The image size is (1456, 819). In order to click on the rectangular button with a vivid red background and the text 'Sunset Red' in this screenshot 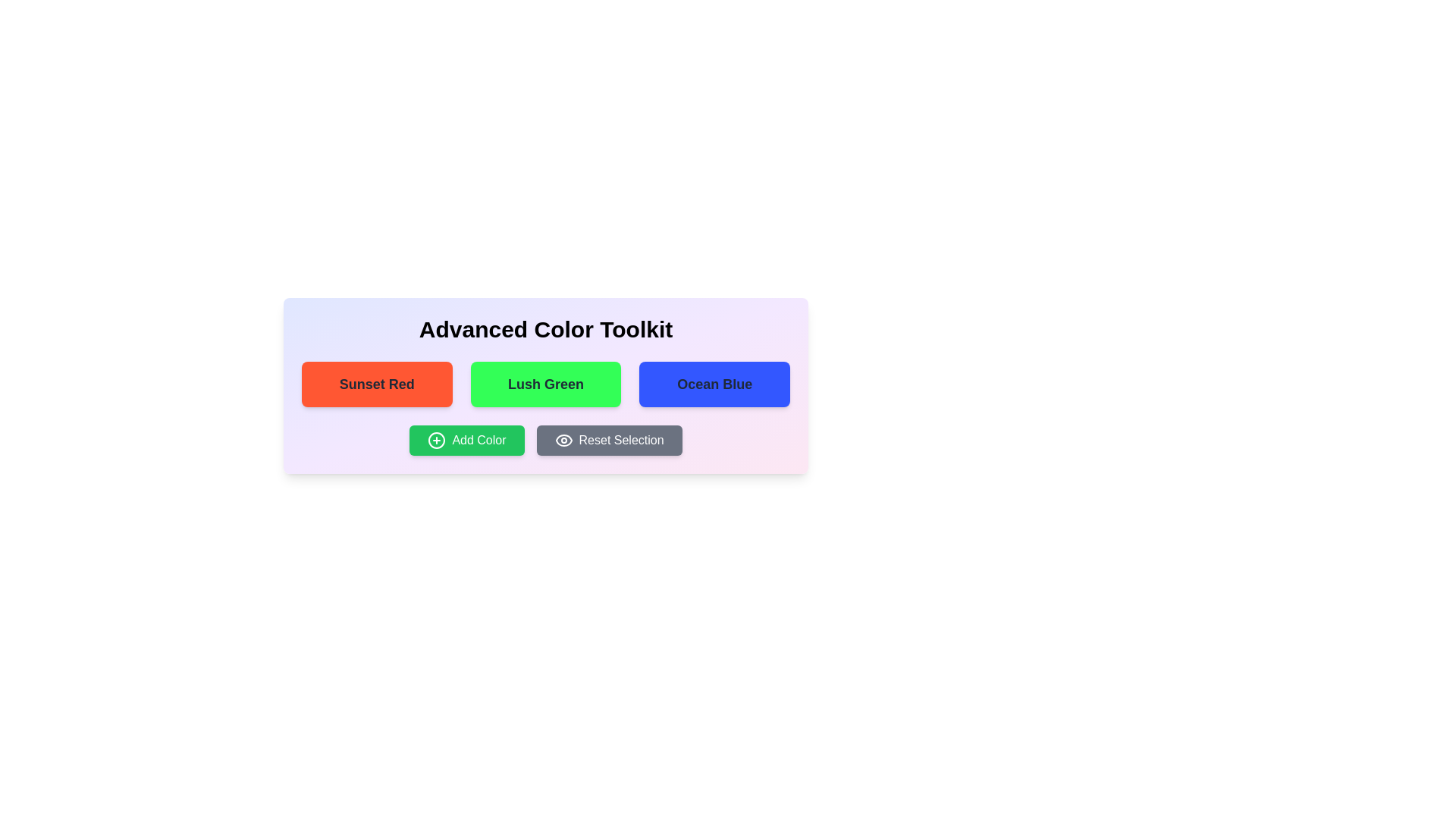, I will do `click(377, 383)`.